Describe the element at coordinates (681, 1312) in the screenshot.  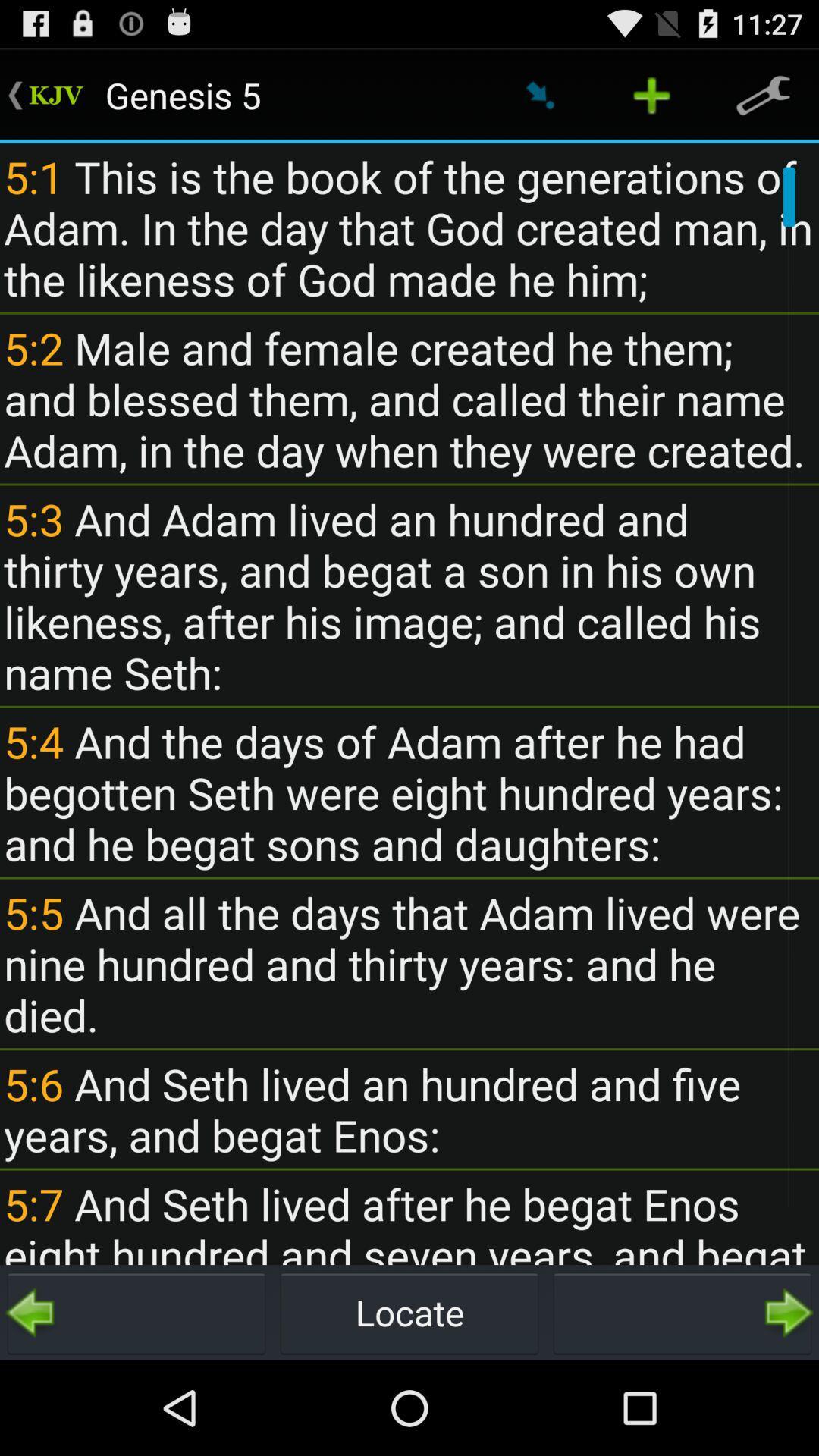
I see `app below the 5 7 and item` at that location.